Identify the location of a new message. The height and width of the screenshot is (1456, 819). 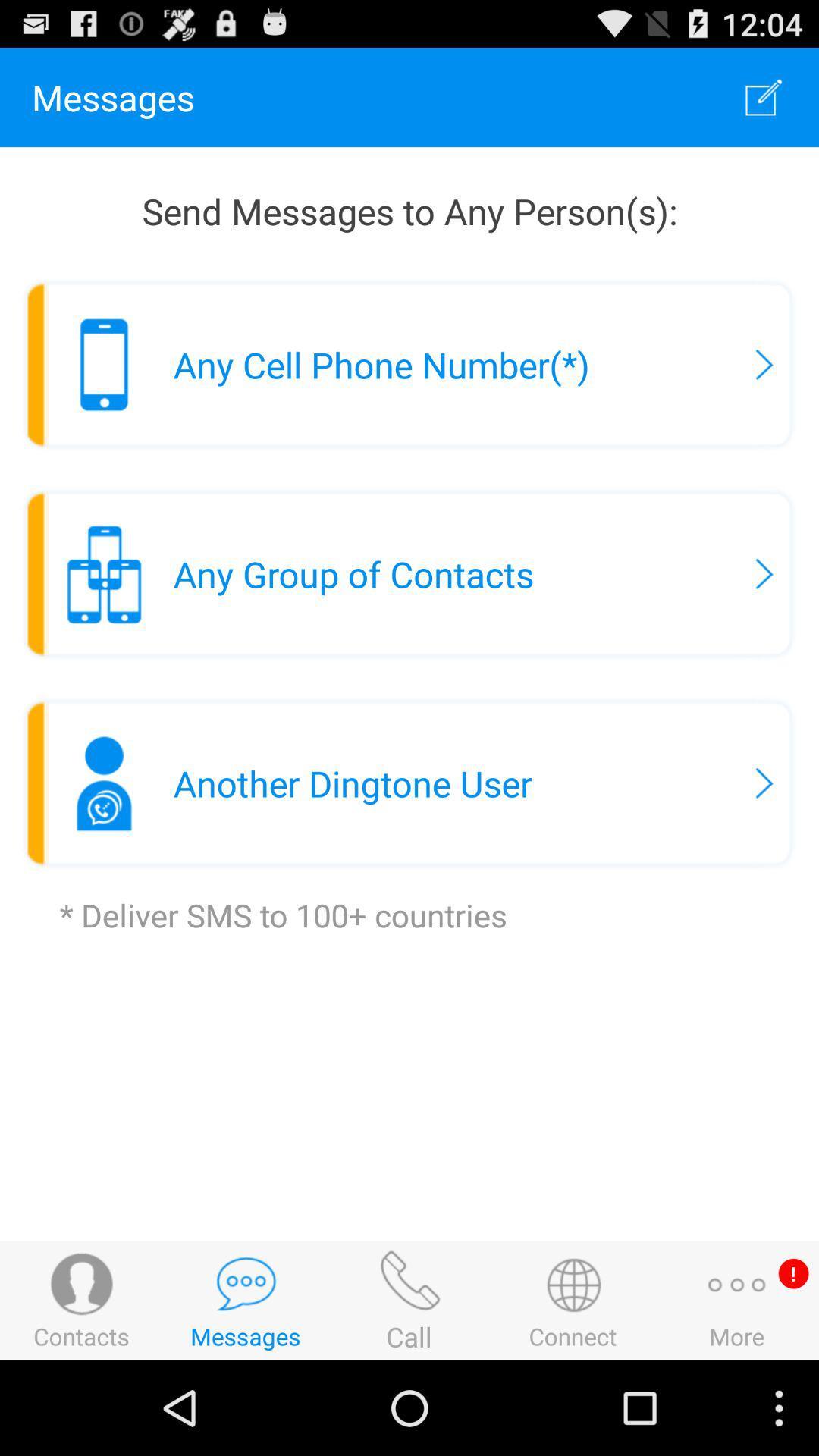
(764, 96).